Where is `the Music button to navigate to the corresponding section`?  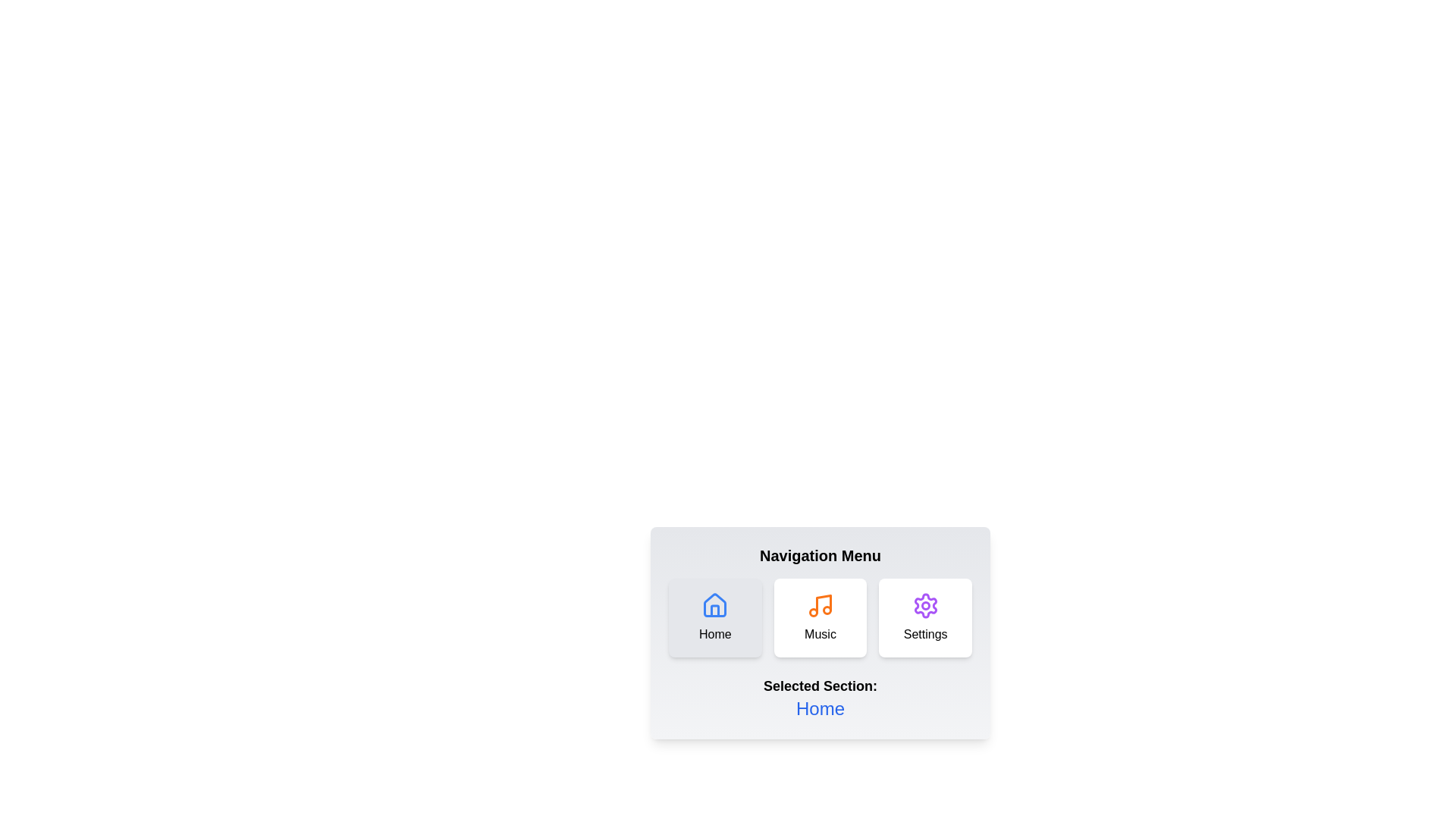 the Music button to navigate to the corresponding section is located at coordinates (819, 617).